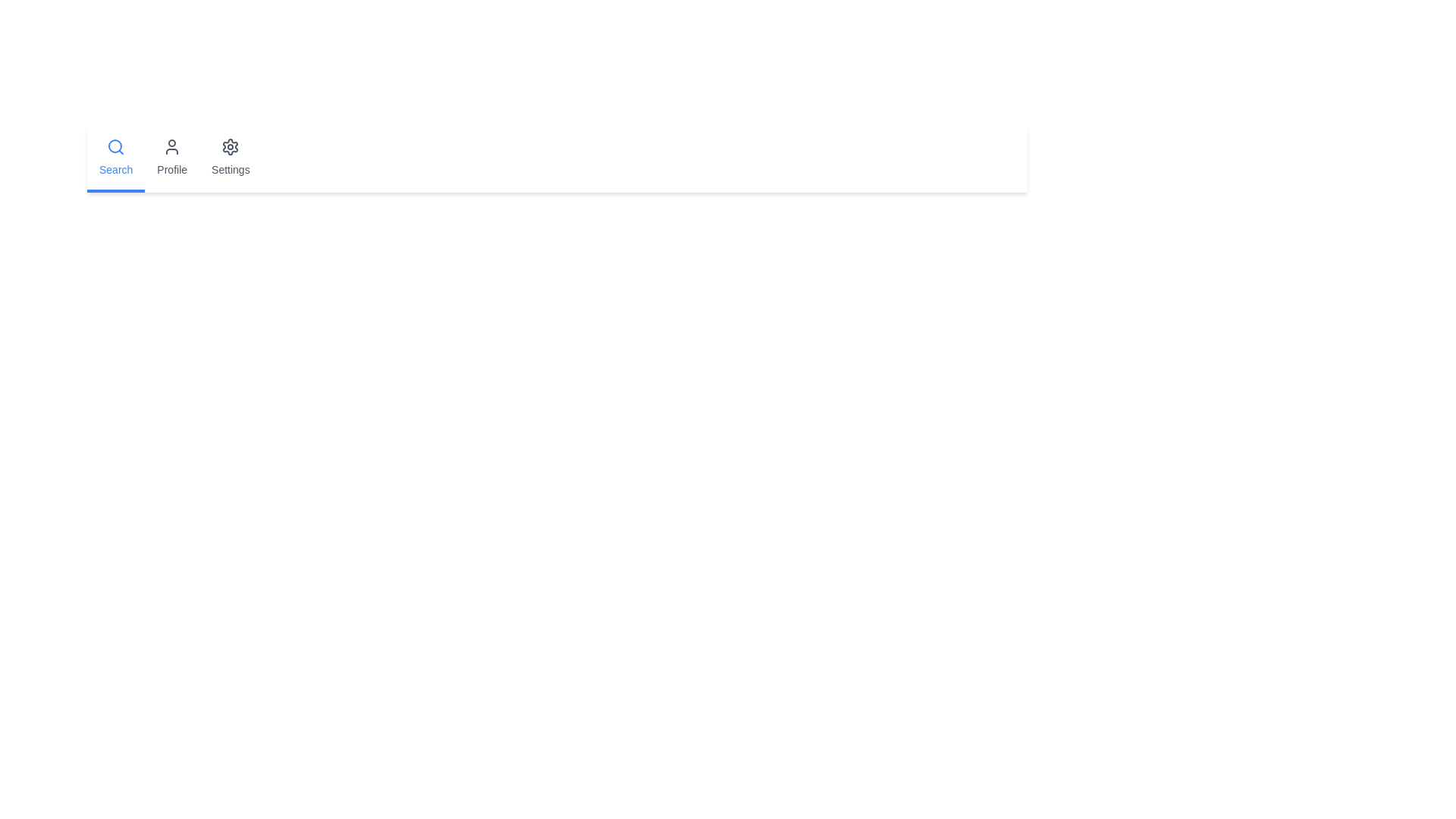 Image resolution: width=1456 pixels, height=819 pixels. Describe the element at coordinates (115, 146) in the screenshot. I see `the search icon located in the 'Search' section of the navigation bar, positioned above the label 'Search' and to the left of 'Profile' and 'Settings'` at that location.